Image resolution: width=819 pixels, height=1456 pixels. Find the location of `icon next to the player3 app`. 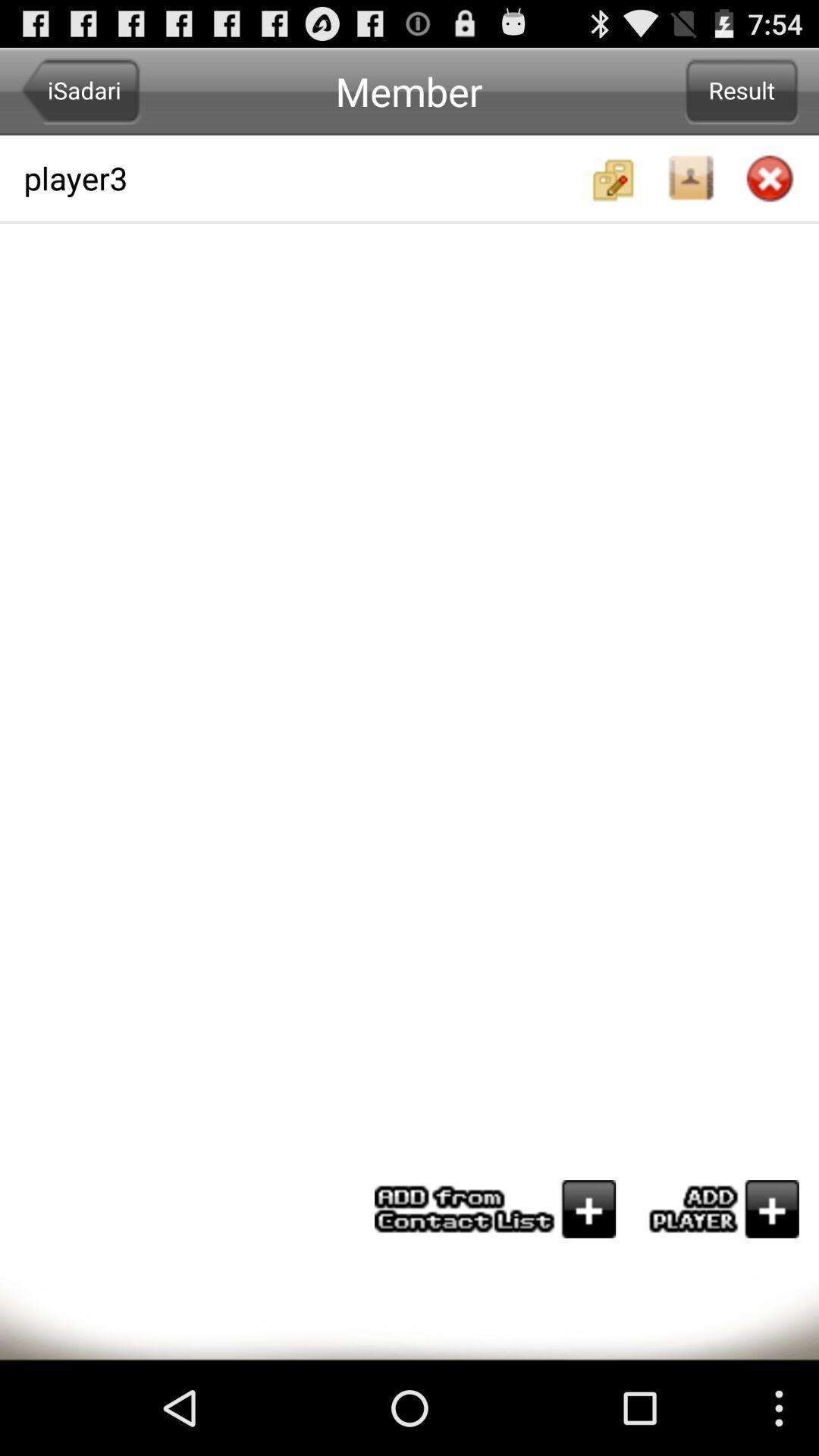

icon next to the player3 app is located at coordinates (741, 90).